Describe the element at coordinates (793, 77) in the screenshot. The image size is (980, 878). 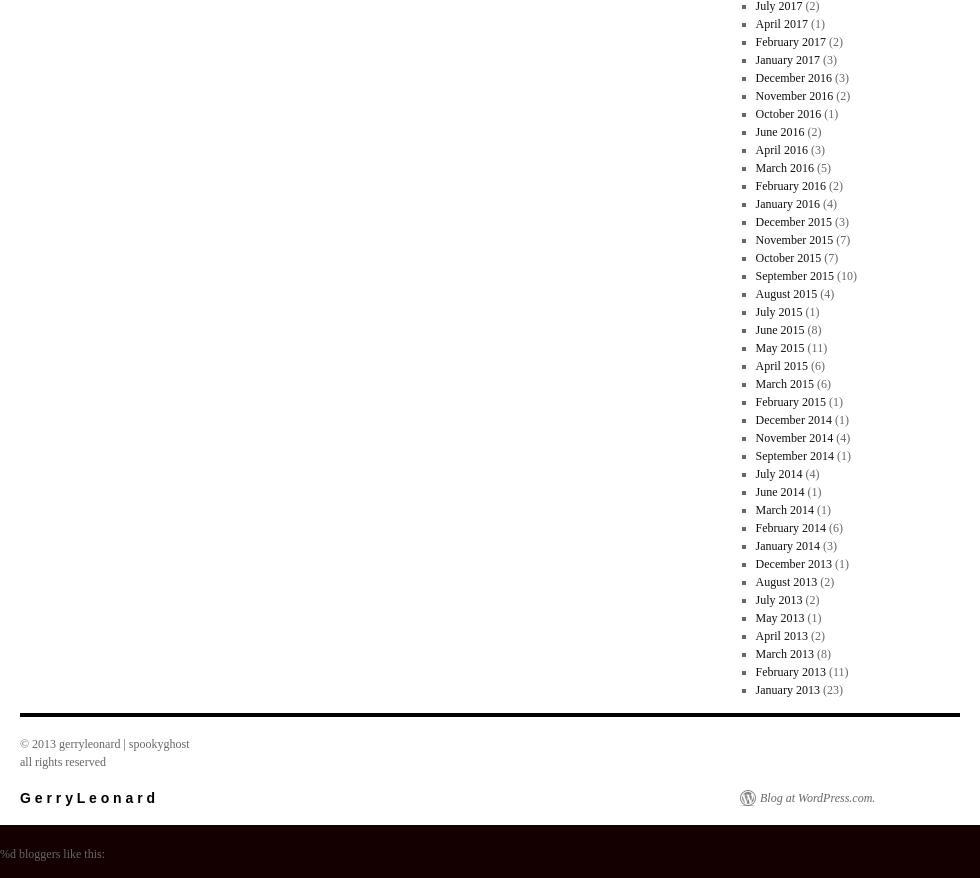
I see `'December 2016'` at that location.